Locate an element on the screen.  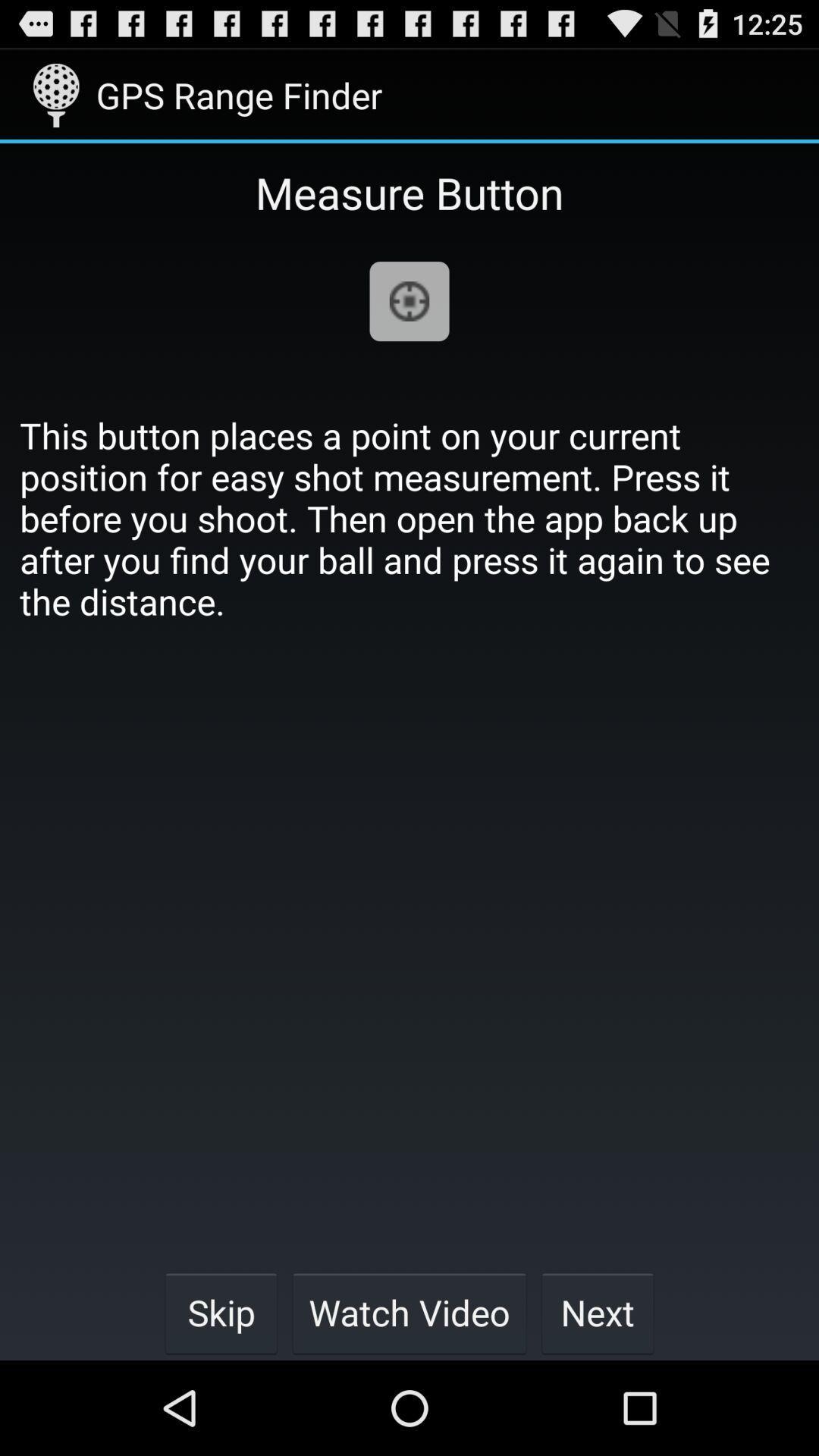
the item to the left of next icon is located at coordinates (409, 1312).